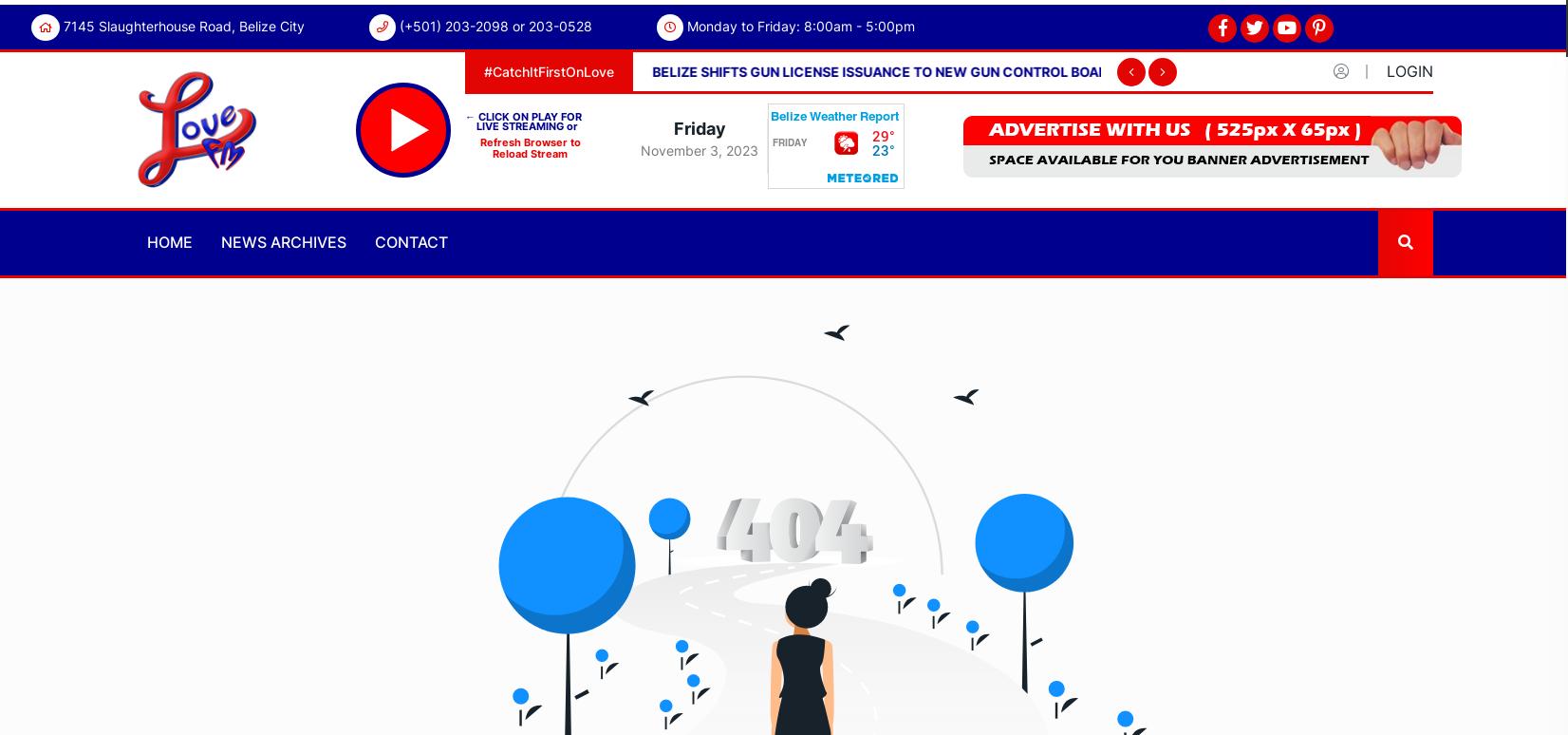 The image size is (1568, 735). Describe the element at coordinates (523, 115) in the screenshot. I see `'← CLICK ON PLAY FOR'` at that location.